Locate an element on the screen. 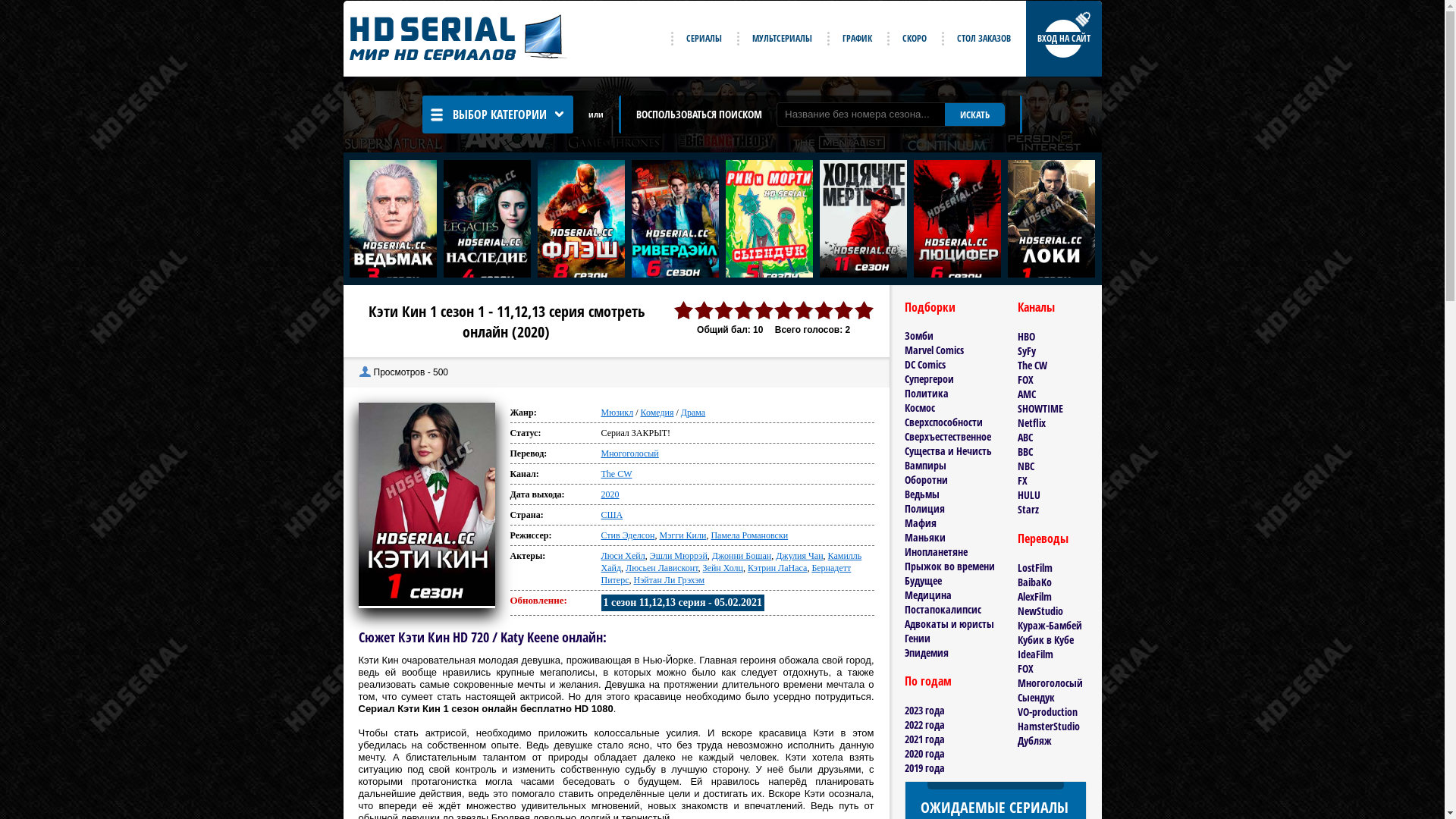 This screenshot has height=819, width=1456. 'NewStudio' is located at coordinates (1040, 610).